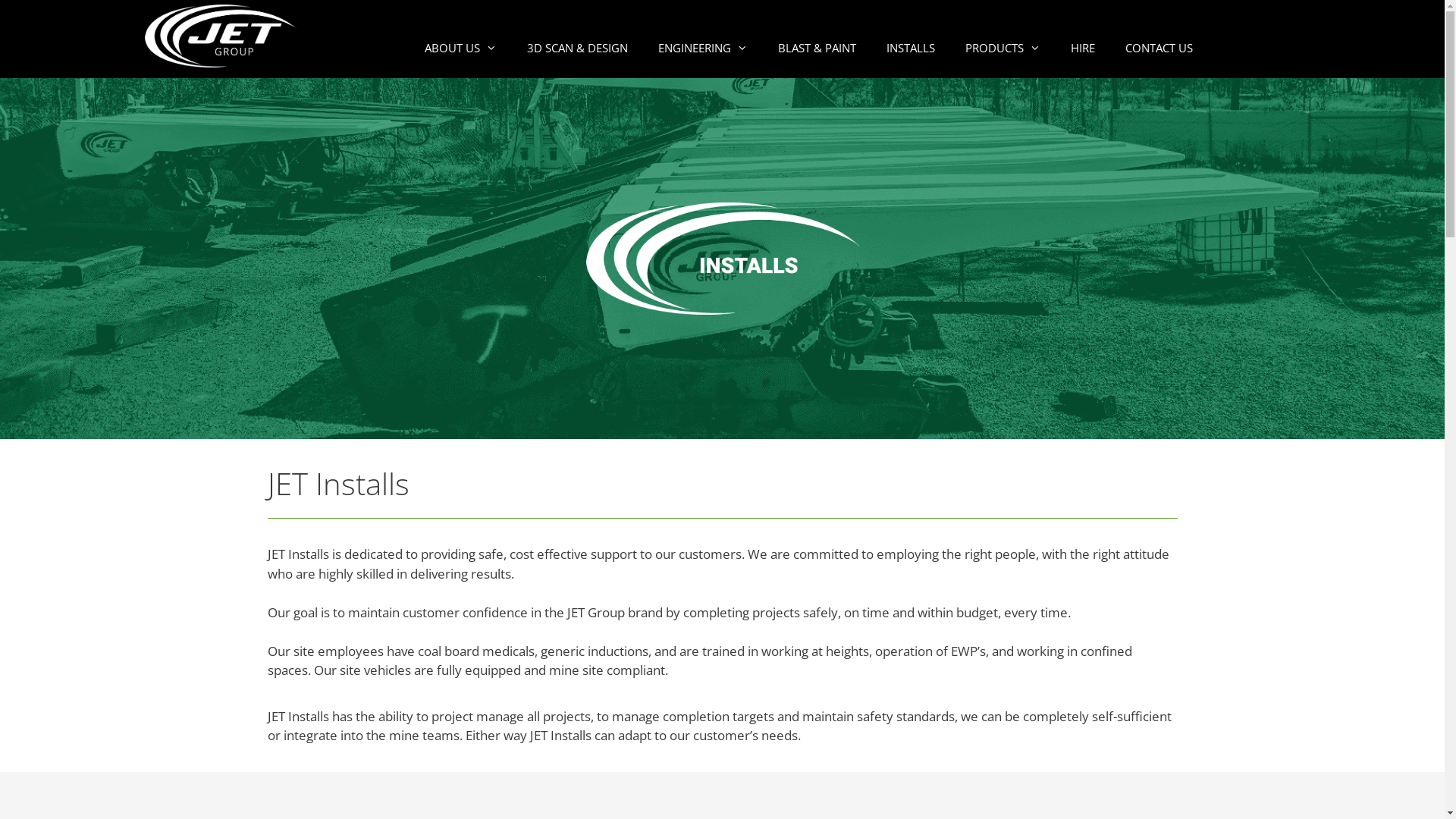  I want to click on 'HIRE', so click(1055, 46).